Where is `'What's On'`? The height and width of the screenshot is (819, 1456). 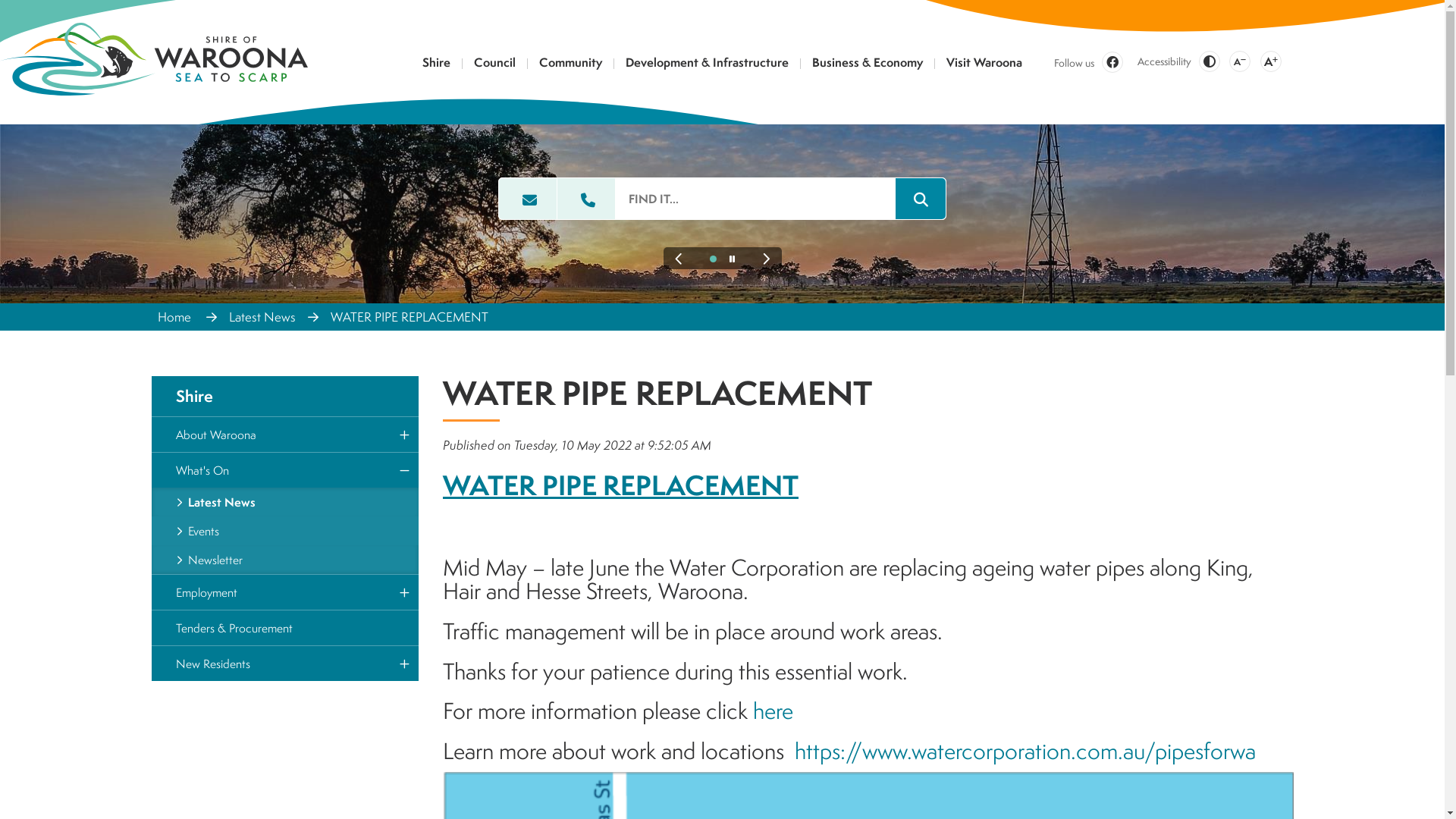 'What's On' is located at coordinates (285, 469).